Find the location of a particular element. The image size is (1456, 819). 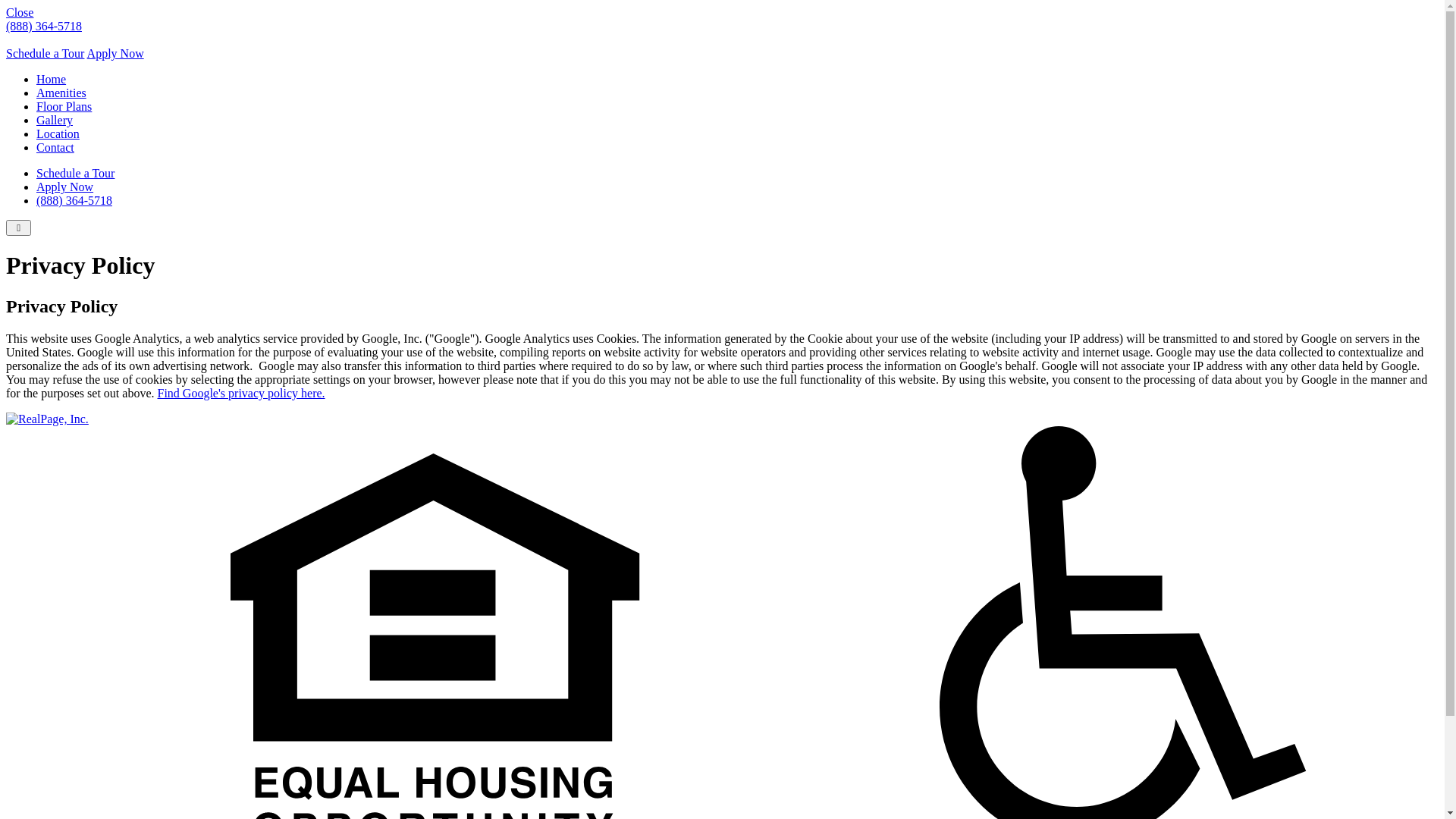

'Schedule a Tour' is located at coordinates (45, 52).